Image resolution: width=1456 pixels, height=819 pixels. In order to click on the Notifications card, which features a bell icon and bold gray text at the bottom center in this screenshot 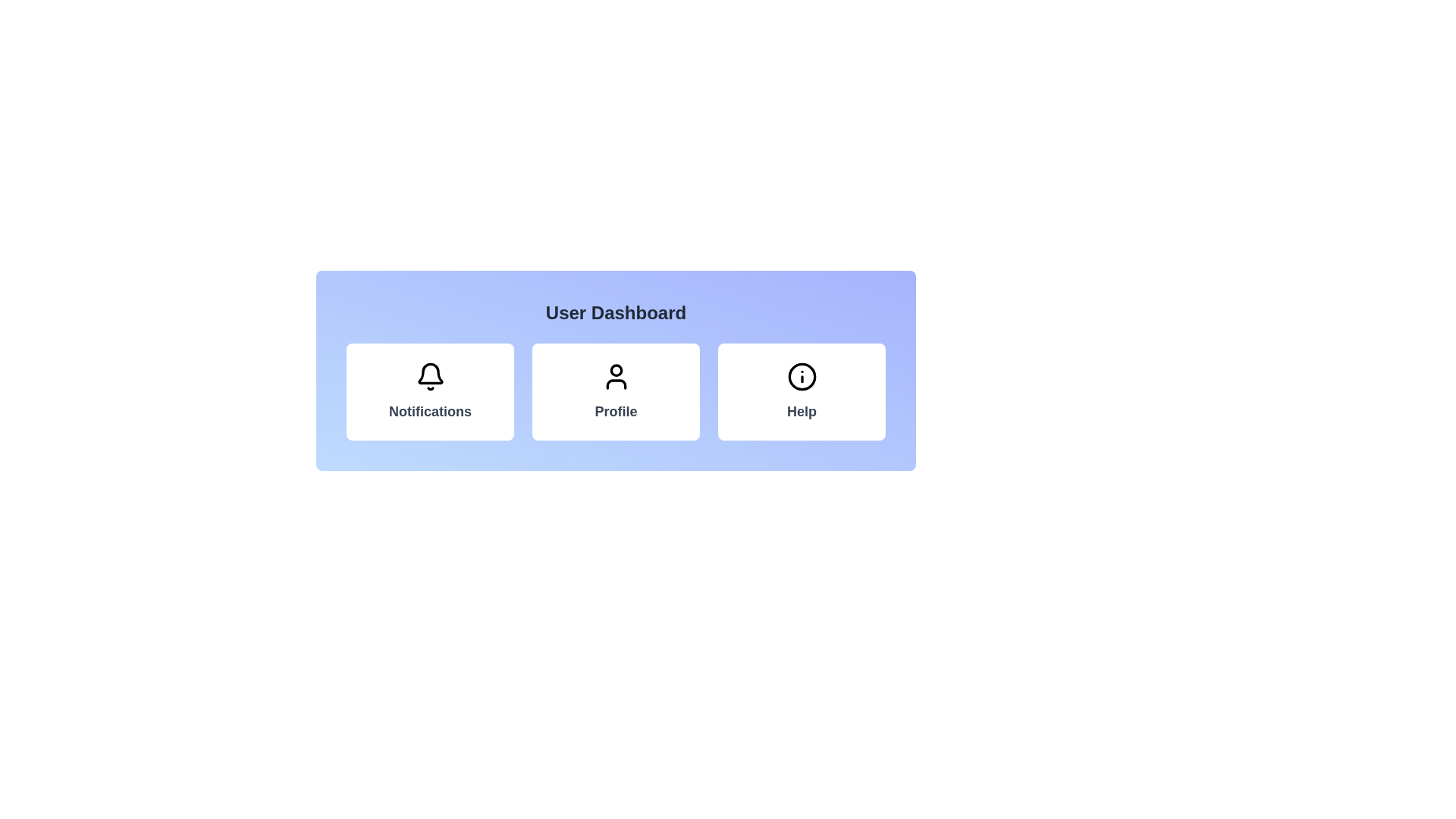, I will do `click(429, 391)`.